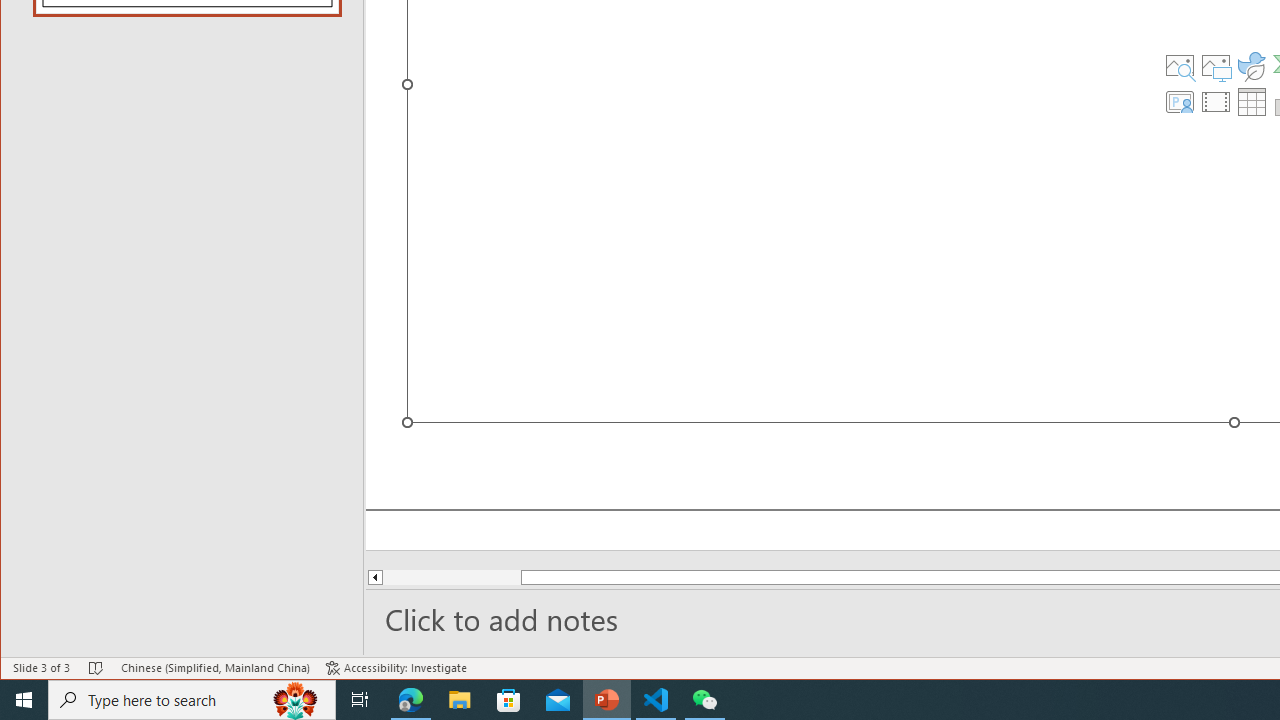 This screenshot has width=1280, height=720. What do you see at coordinates (24, 698) in the screenshot?
I see `'Start'` at bounding box center [24, 698].